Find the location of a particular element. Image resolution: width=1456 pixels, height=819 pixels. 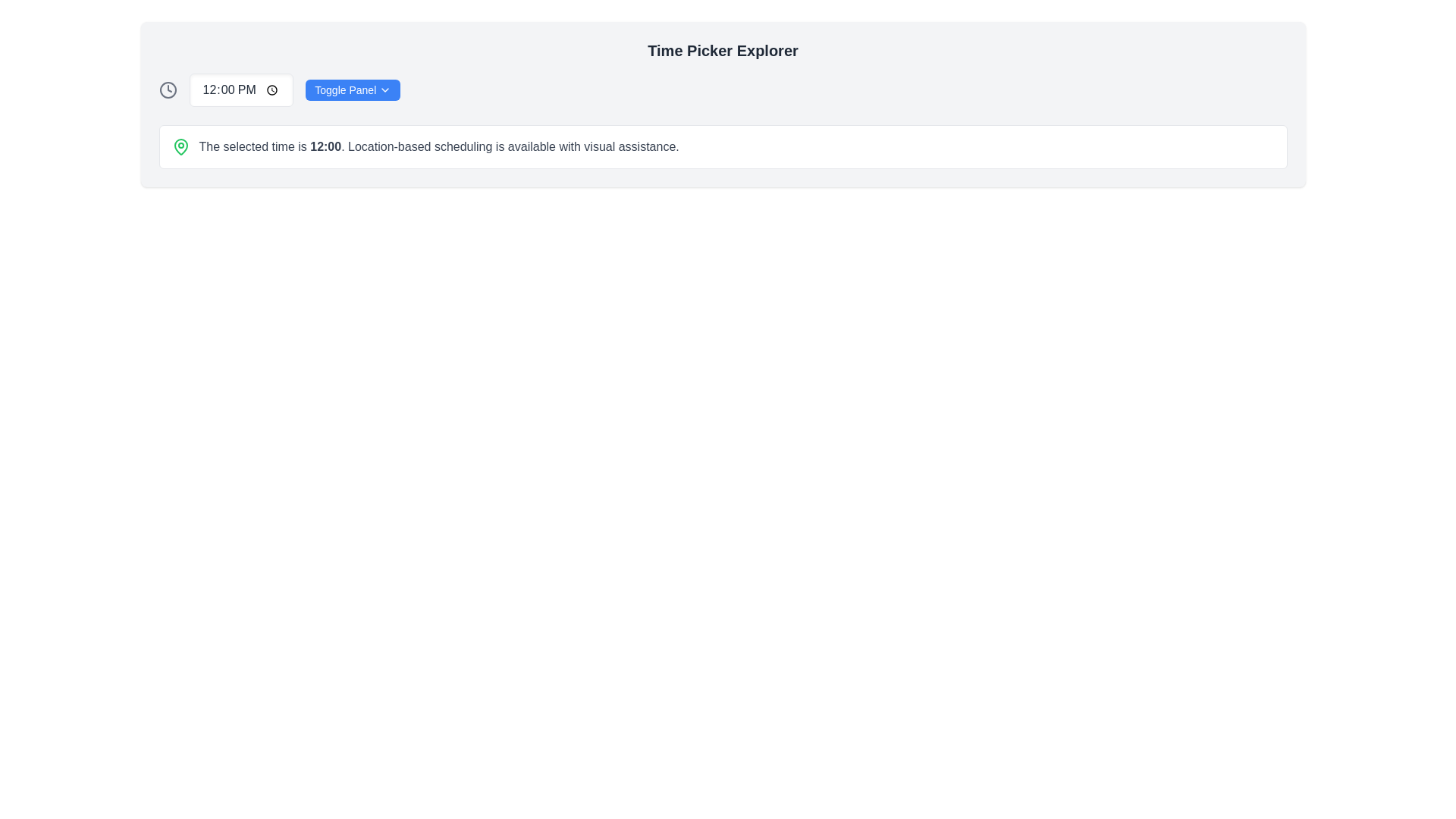

the text element that displays the selected time value within the sentence 'The selected time is 12:00. Location-based scheduling is available with visual assistance.' is located at coordinates (325, 146).